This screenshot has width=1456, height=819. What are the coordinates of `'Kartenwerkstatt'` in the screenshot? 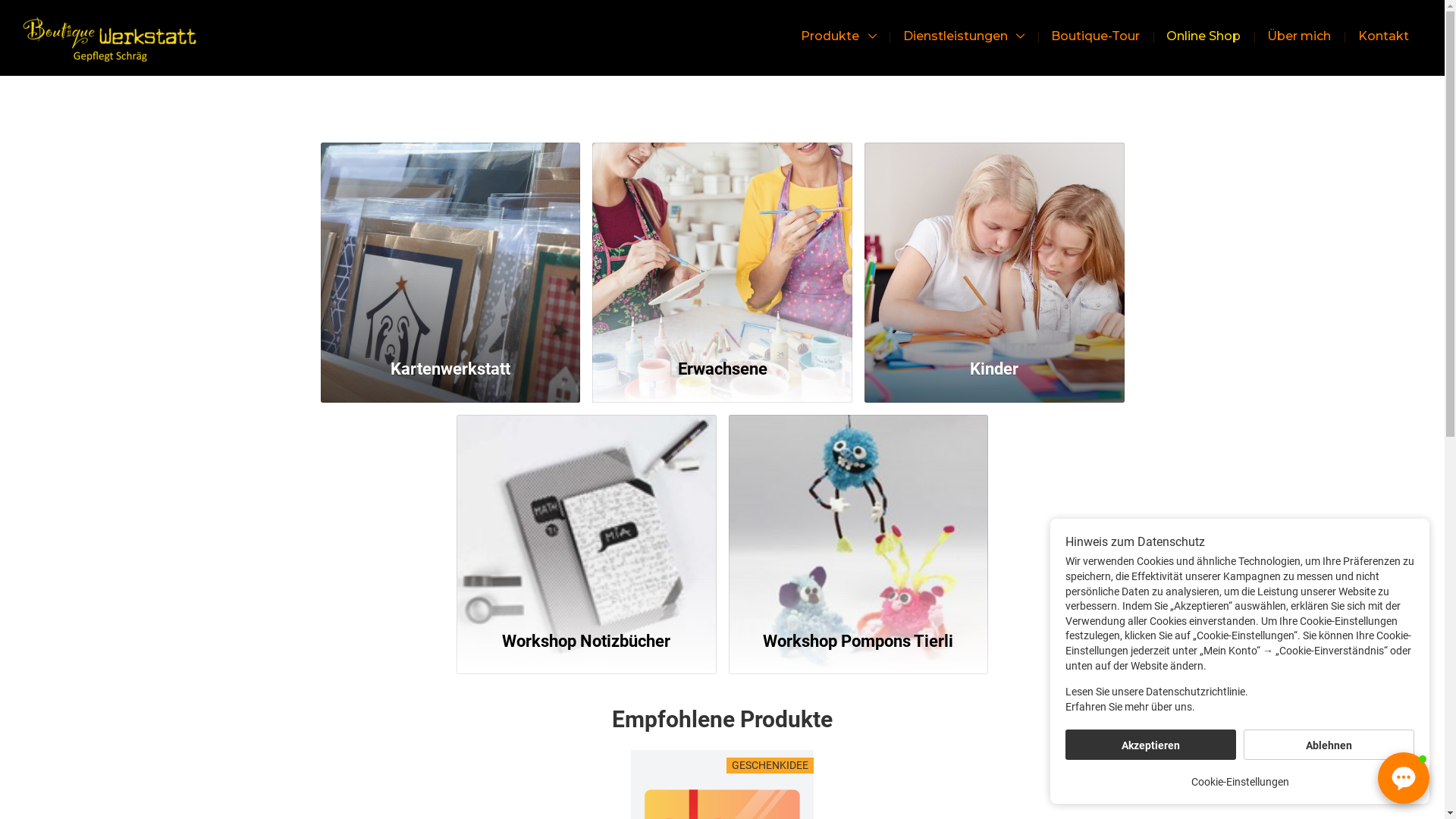 It's located at (450, 241).